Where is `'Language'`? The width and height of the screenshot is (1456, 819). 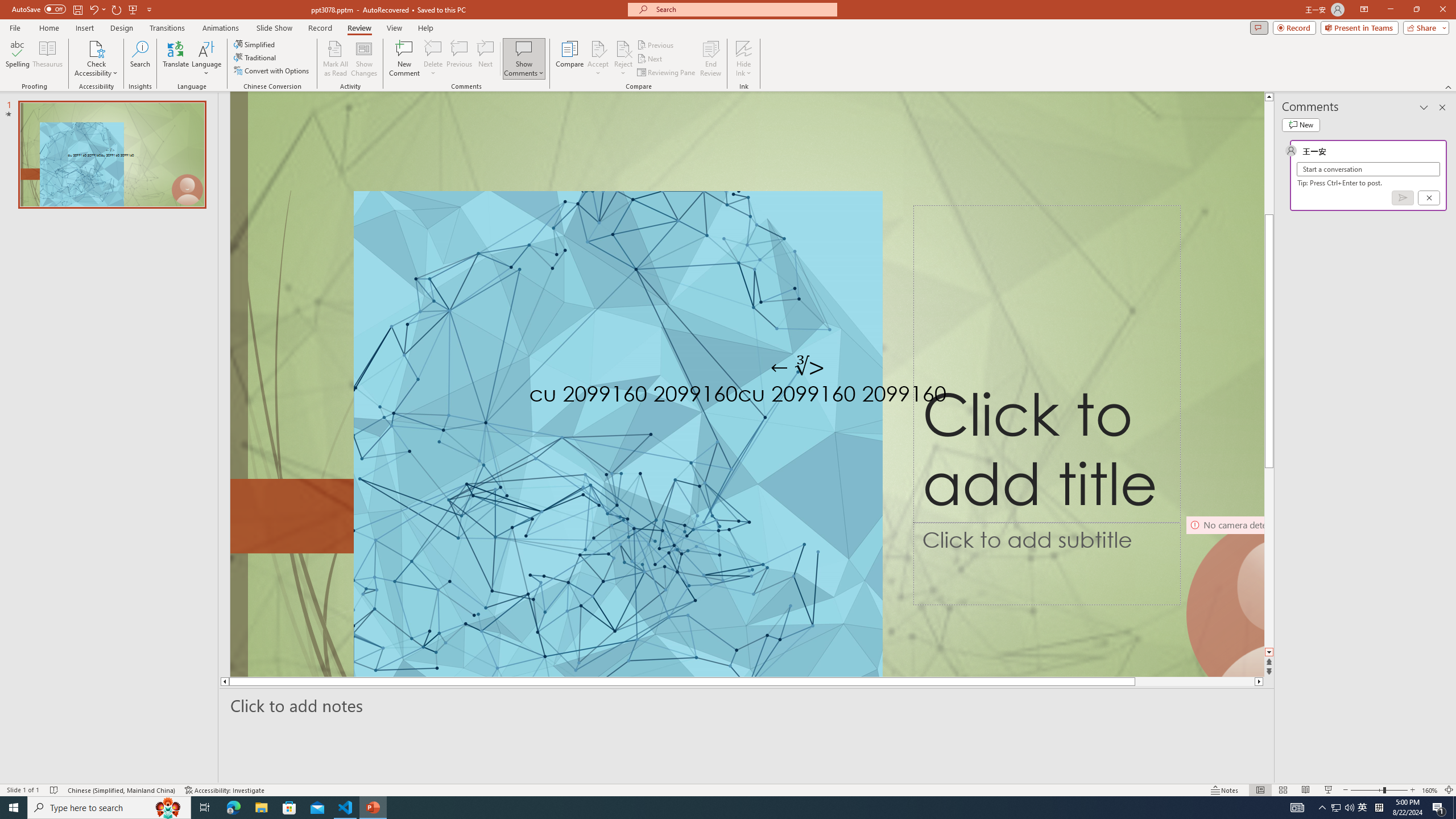
'Language' is located at coordinates (206, 59).